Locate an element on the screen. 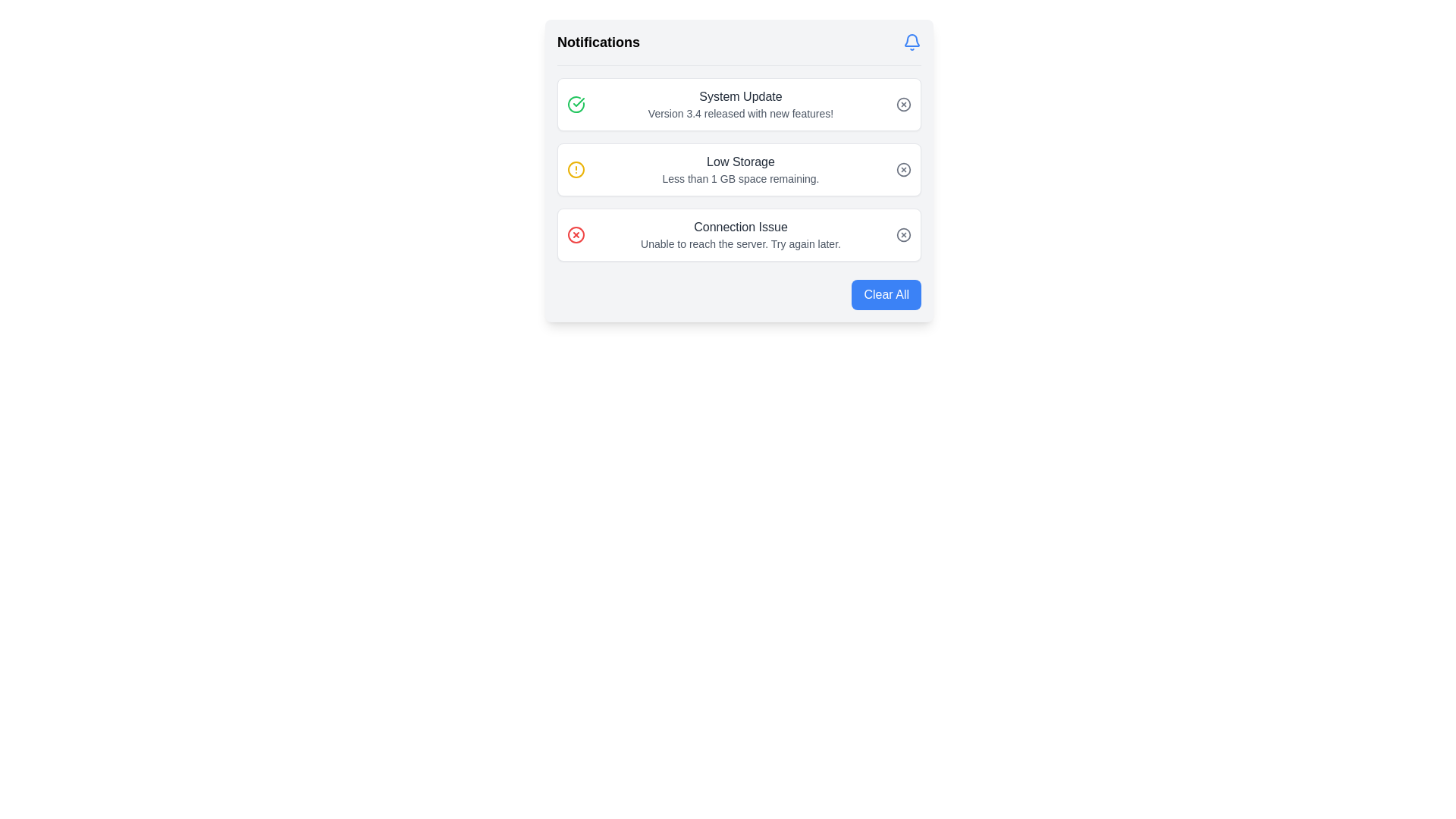 The image size is (1456, 819). the 'Clear All' button, which is a rectangular button with rounded edges, a vibrant blue background, and white text, located at the bottom-right corner of the notification panel is located at coordinates (886, 295).